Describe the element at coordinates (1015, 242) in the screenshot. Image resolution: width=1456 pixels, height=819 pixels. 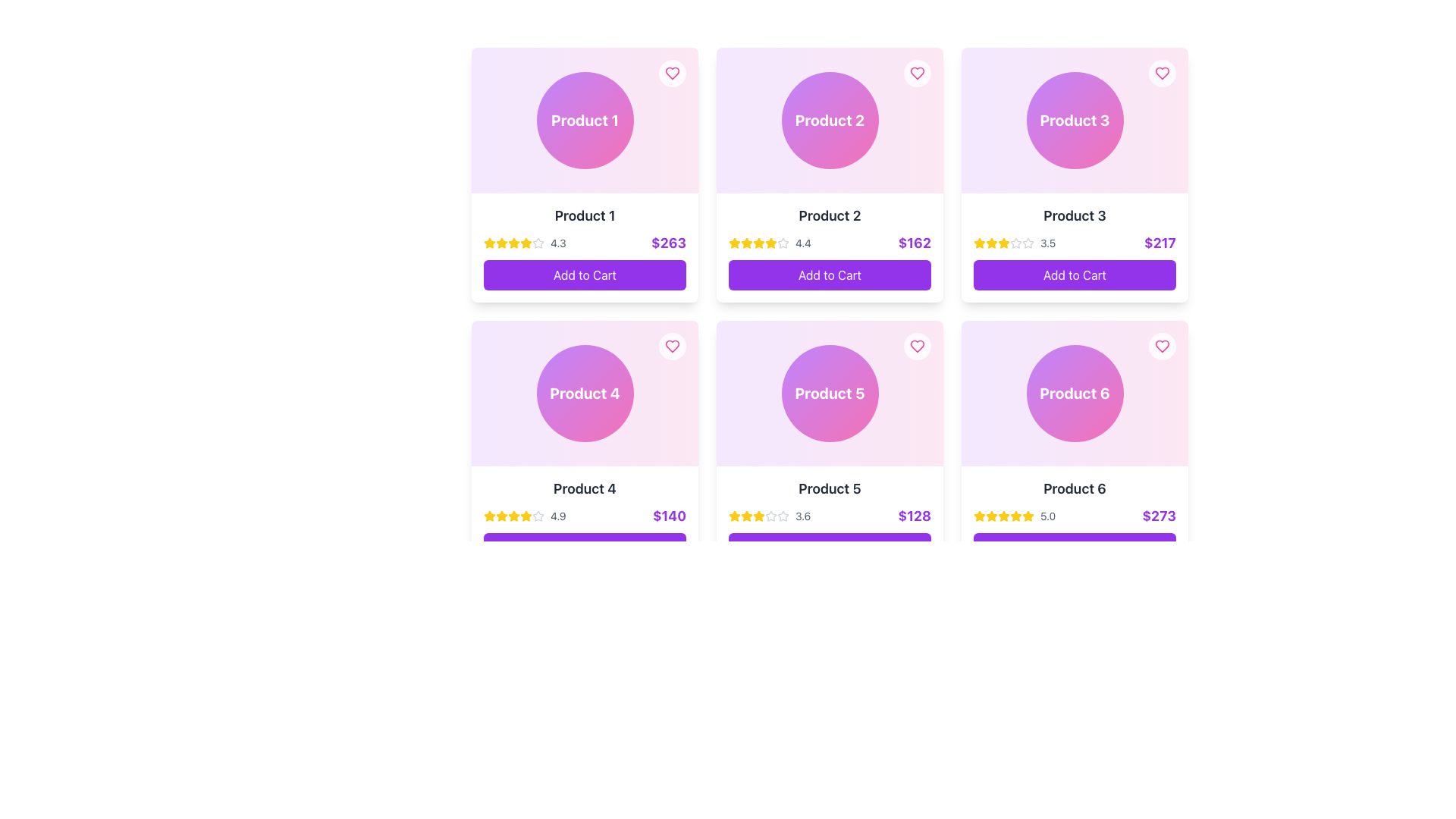
I see `the state of the gray outlined star icon, which is the sixth in a horizontal row of stars under 'Product 3' in the second card of the top row` at that location.